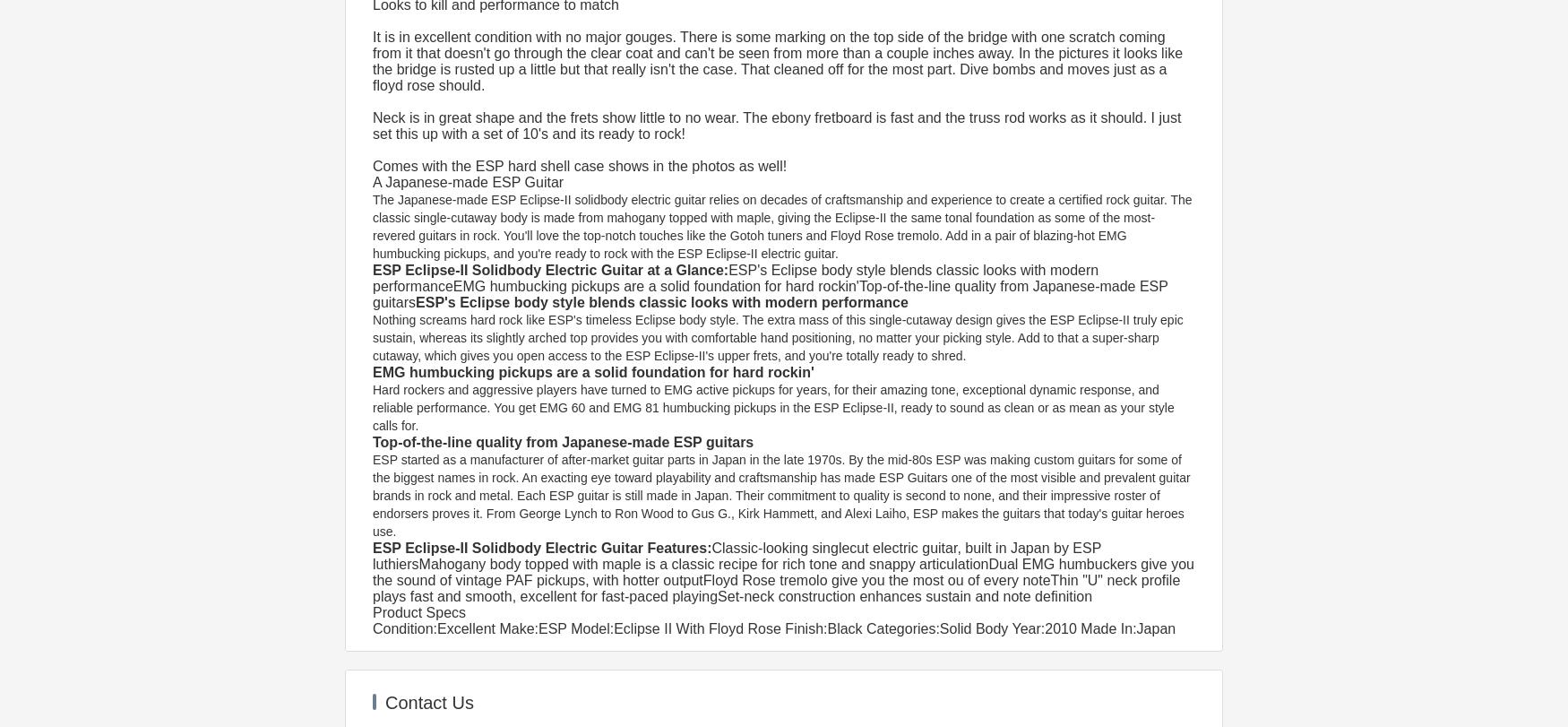  I want to click on 'The Japanese-made ESP Eclipse-II solidbody electric guitar relies on decades of craftsmanship and experience to create a certified rock guitar. The classic single-cutaway body is made from mahogany topped with maple, giving the Eclipse-II the same tonal foundation as some of the most-revered guitars in rock. You'll love the top-notch touches like the Gotoh tuners and Floyd Rose tremolo. Add in a pair of blazing-hot EMG humbucking pickups, and you're ready to rock with the ESP Eclipse-II electric guitar.', so click(784, 227).